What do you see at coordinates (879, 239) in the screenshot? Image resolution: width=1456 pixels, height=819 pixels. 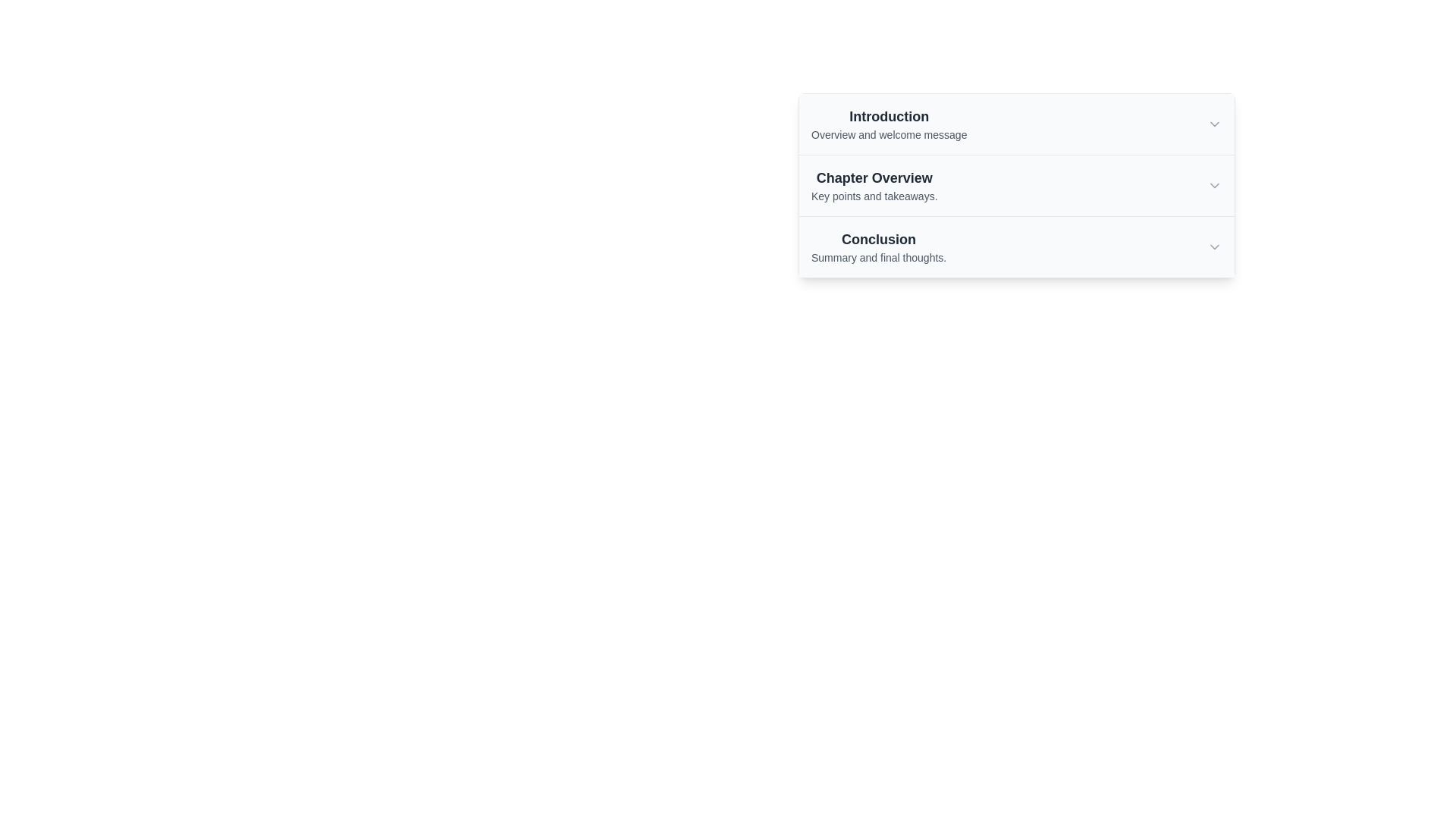 I see `the text label element that contains the bold 'Conclusion' heading, which is styled in dark gray against a light background and positioned above the descriptive text` at bounding box center [879, 239].